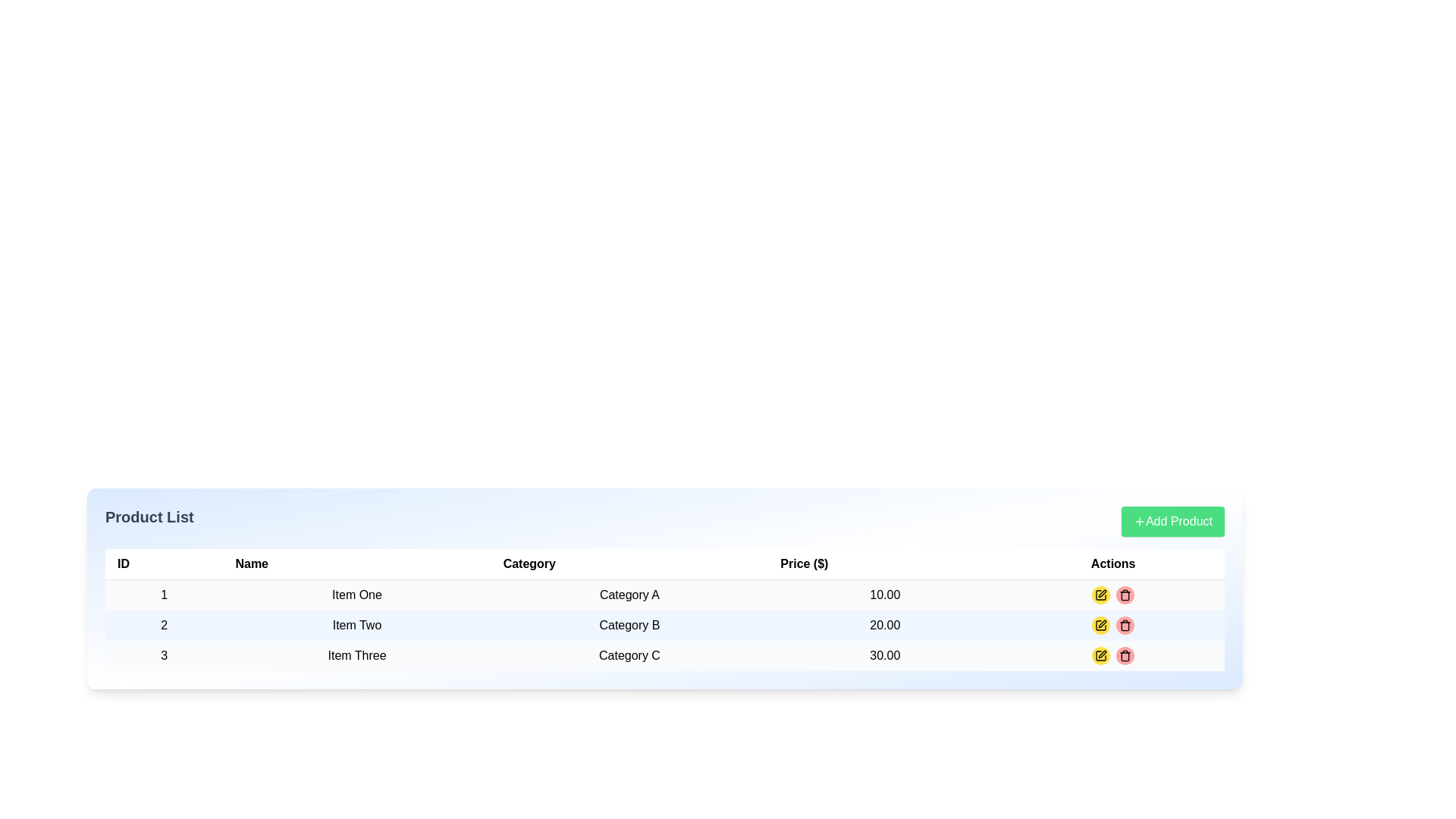  What do you see at coordinates (356, 594) in the screenshot?
I see `the Table Cell in the first row under the 'Name' column, which is located between the '1' (ID) cell and the 'Category A' cell` at bounding box center [356, 594].